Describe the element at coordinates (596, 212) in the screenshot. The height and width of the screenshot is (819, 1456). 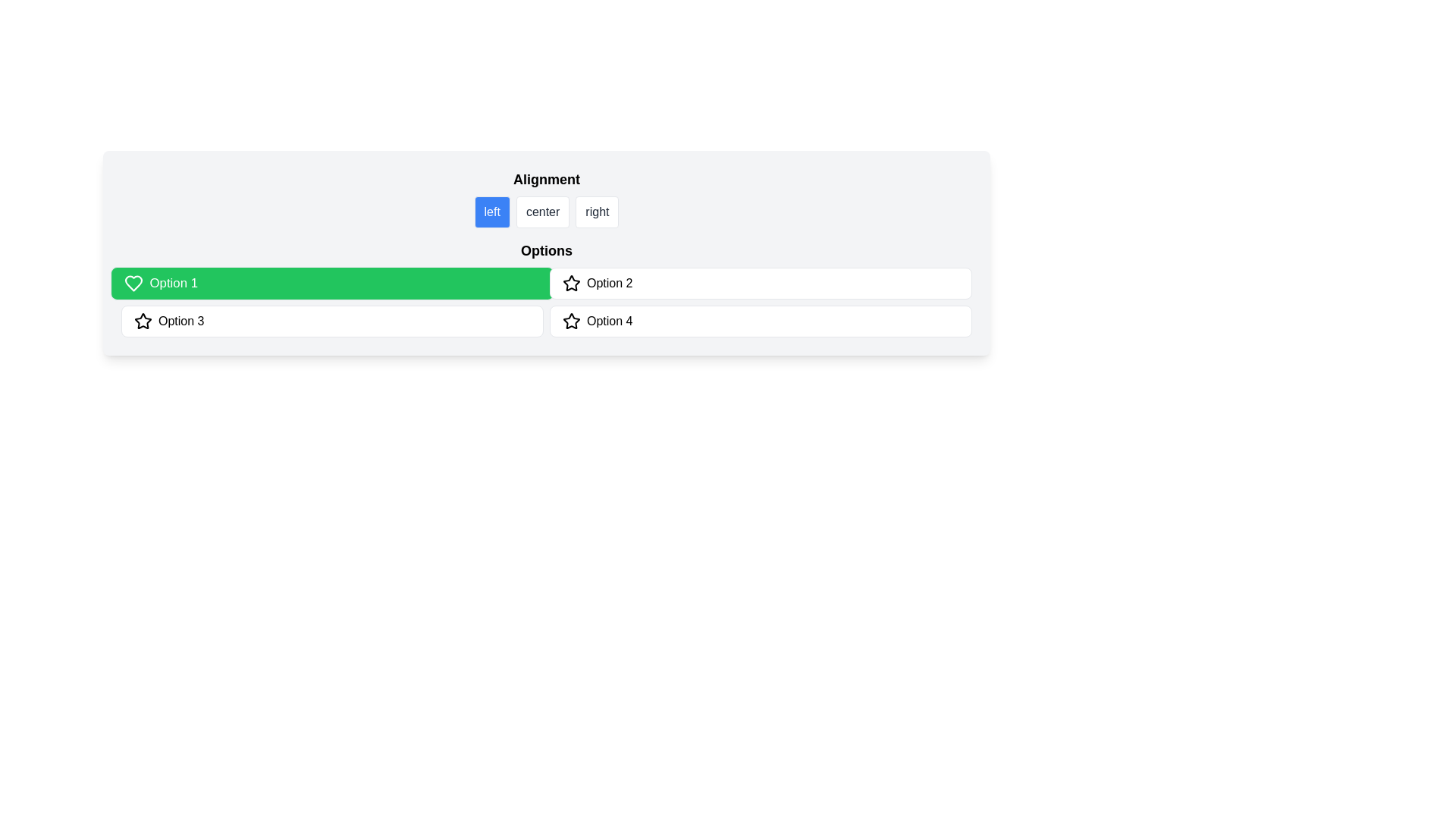
I see `the 'right' alignment button, which is the third button in a row of three buttons located at the top center of the interface, above the 'Options' section` at that location.